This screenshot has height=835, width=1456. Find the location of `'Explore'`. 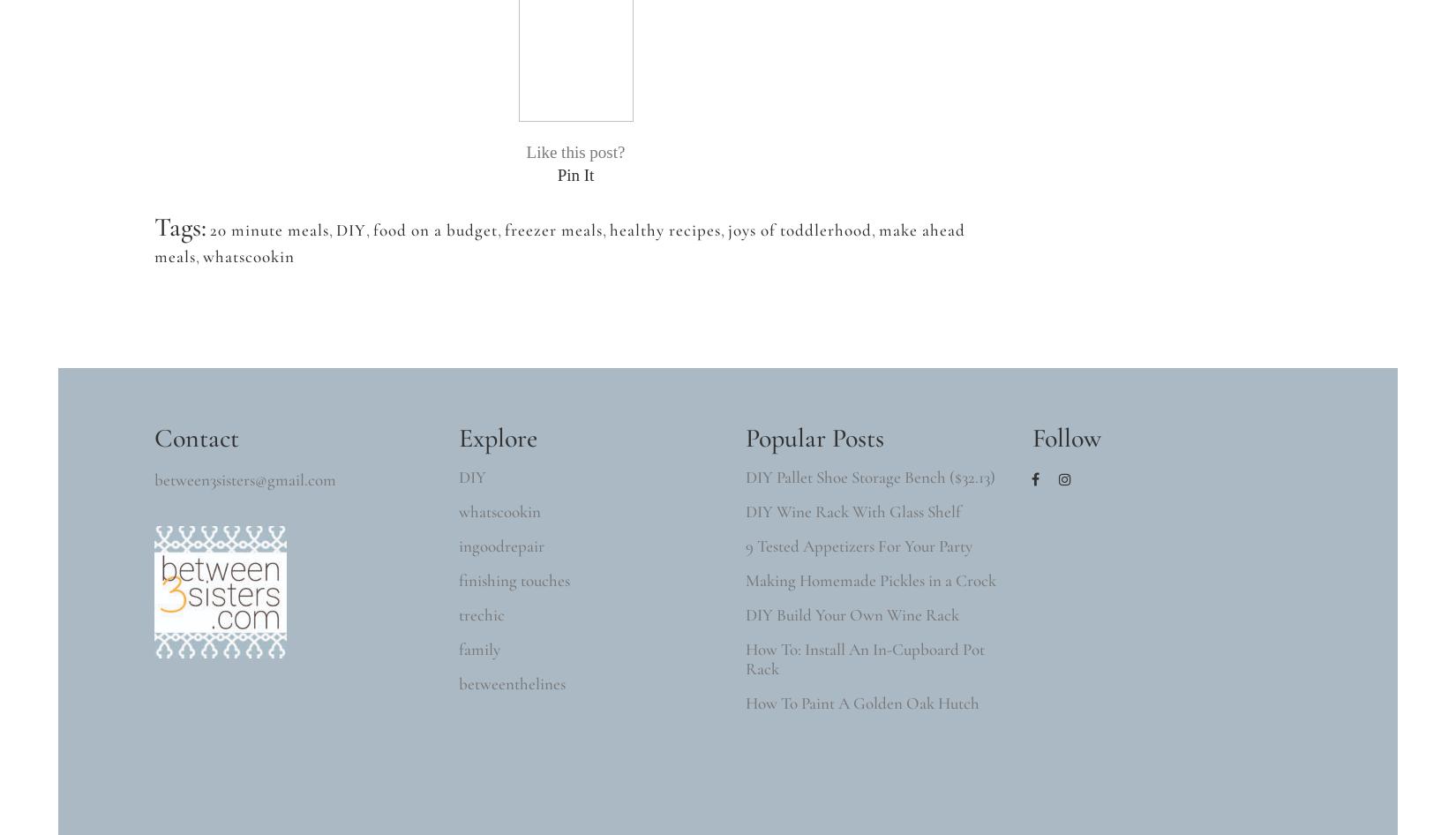

'Explore' is located at coordinates (497, 438).